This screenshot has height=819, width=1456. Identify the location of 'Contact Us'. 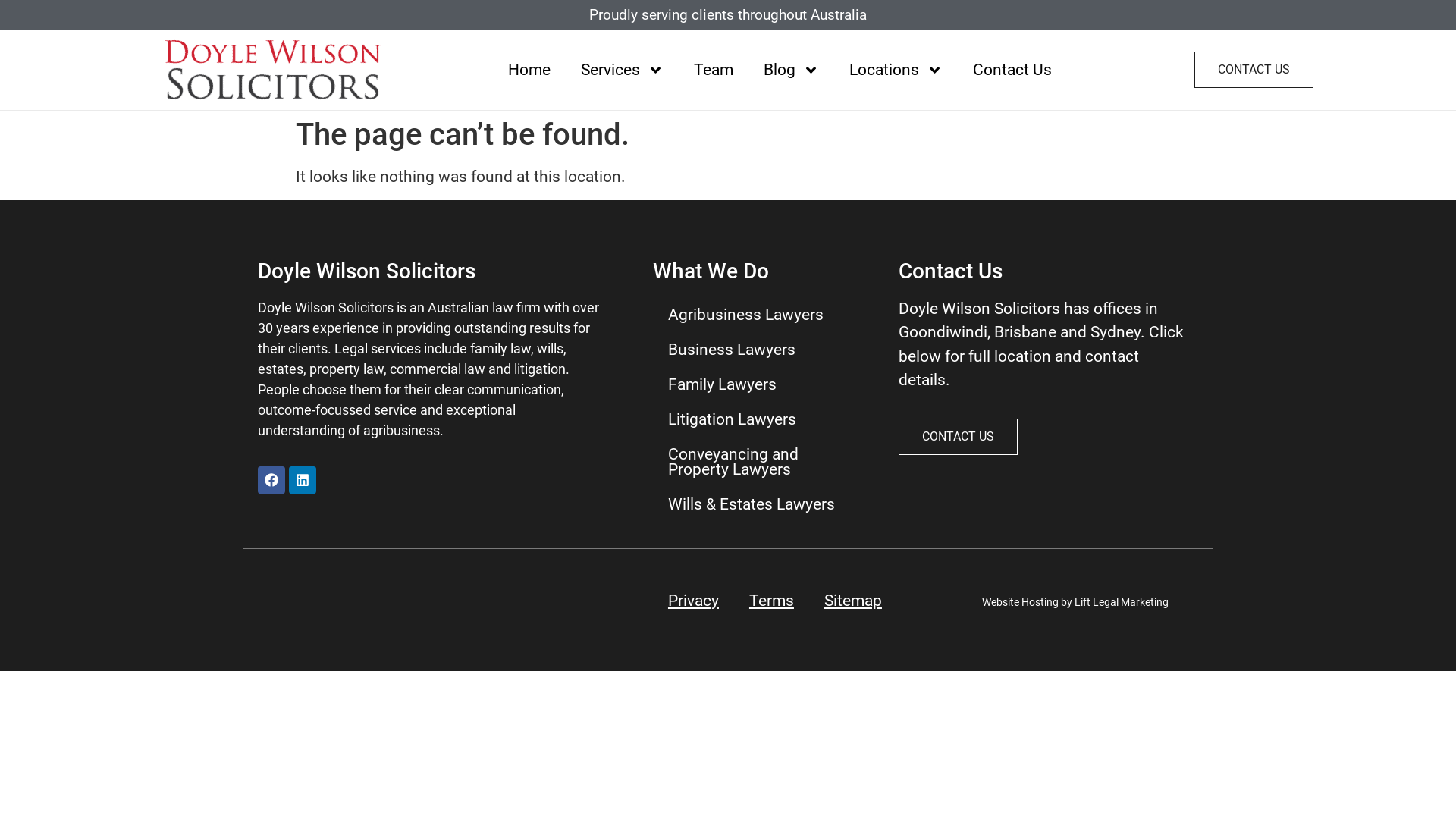
(956, 69).